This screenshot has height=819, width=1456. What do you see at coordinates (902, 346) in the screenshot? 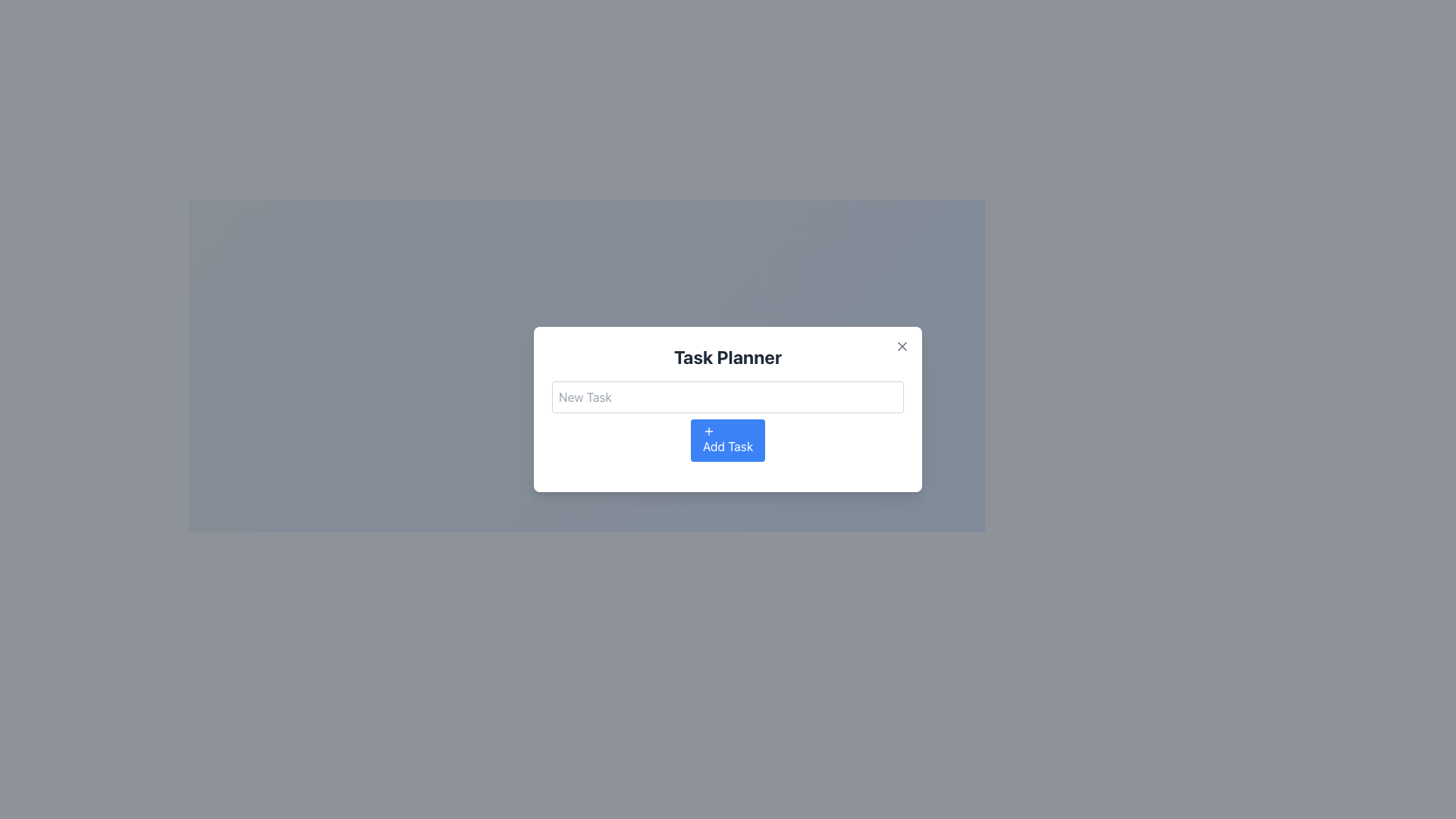
I see `the inner portion of the 'X' icon in the top-right section of the 'Task Planner' popup` at bounding box center [902, 346].